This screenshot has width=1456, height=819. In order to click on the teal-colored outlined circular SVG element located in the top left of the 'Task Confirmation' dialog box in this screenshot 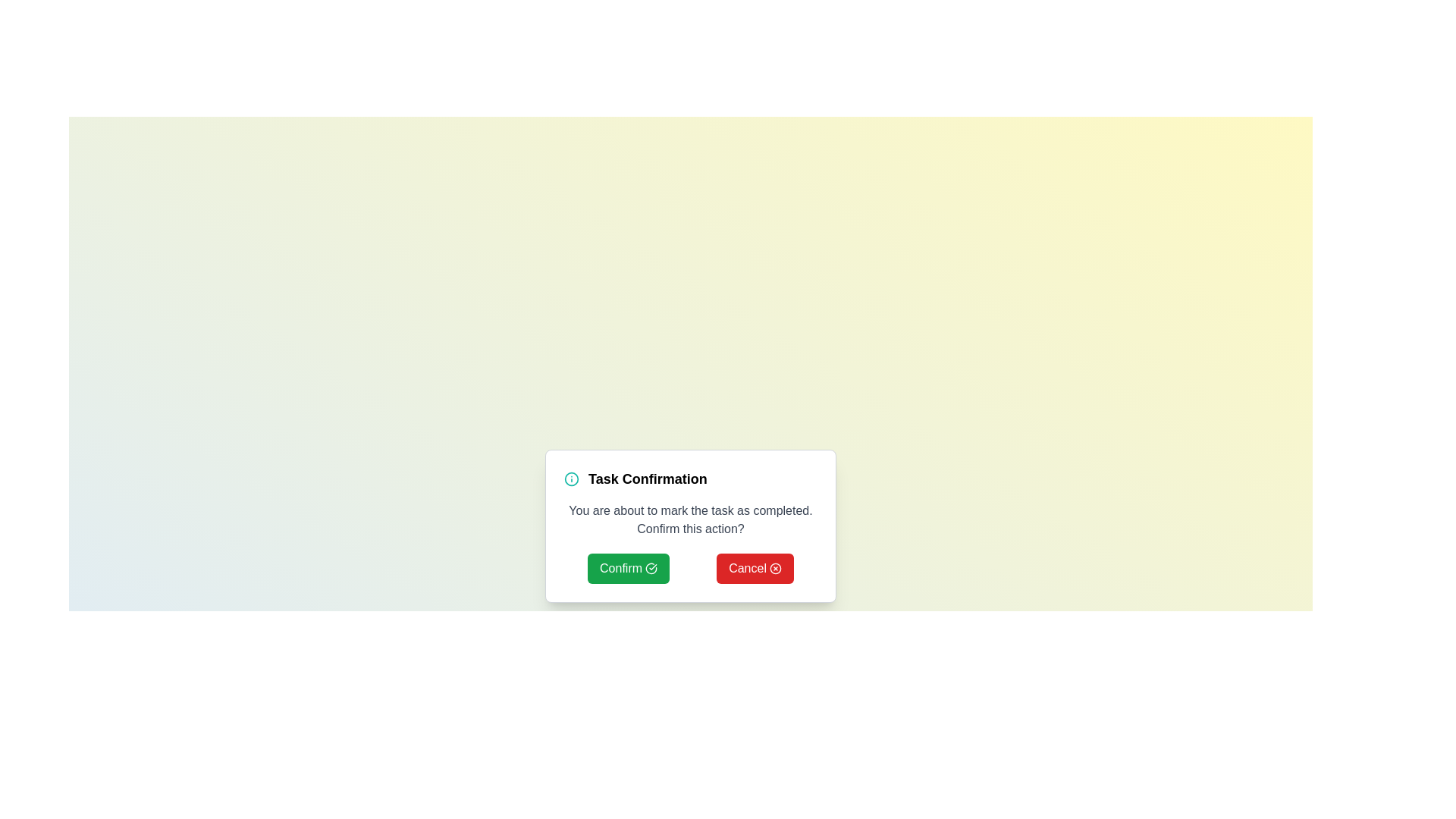, I will do `click(570, 479)`.